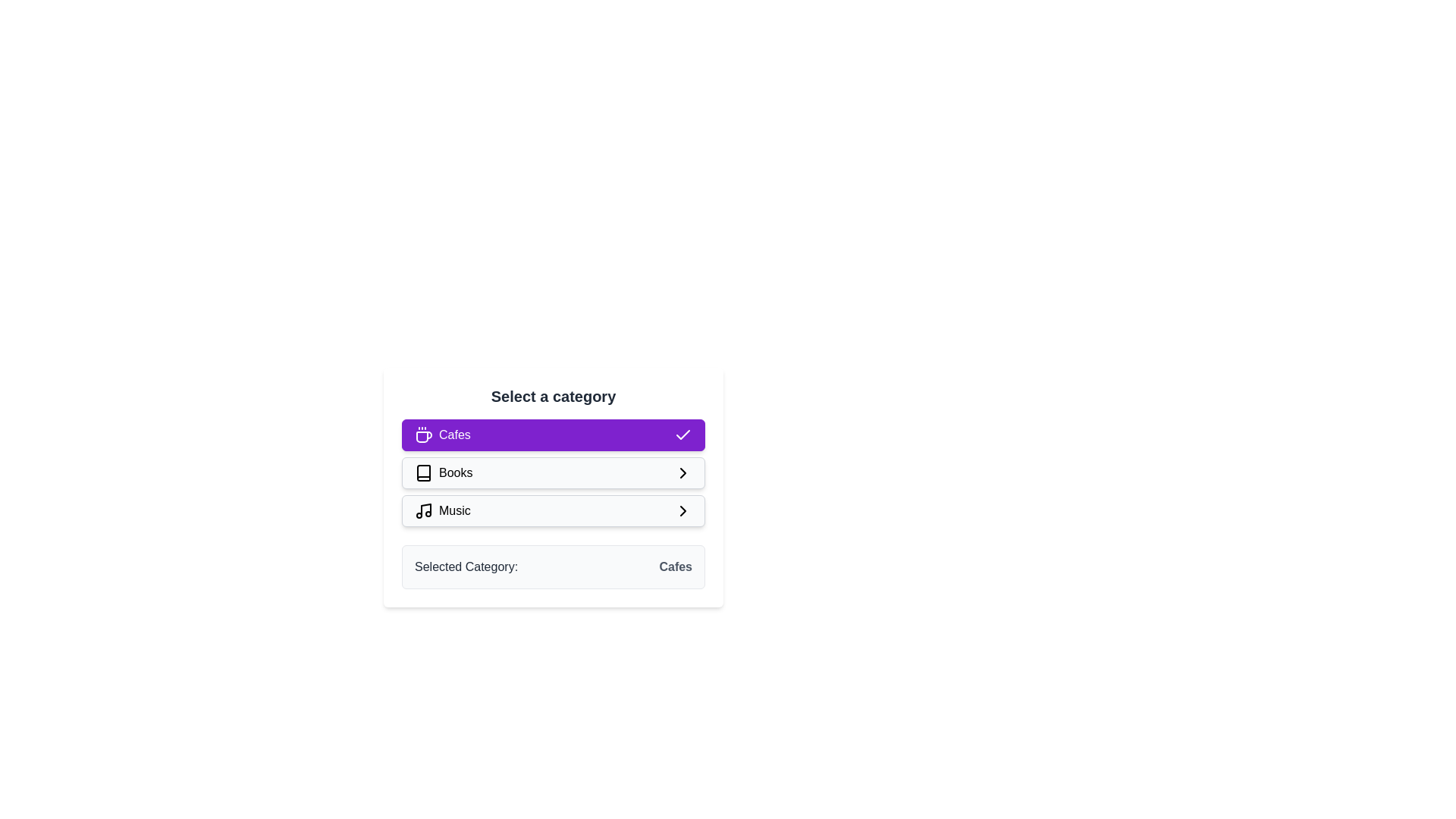  What do you see at coordinates (441, 435) in the screenshot?
I see `the 'Cafes' label` at bounding box center [441, 435].